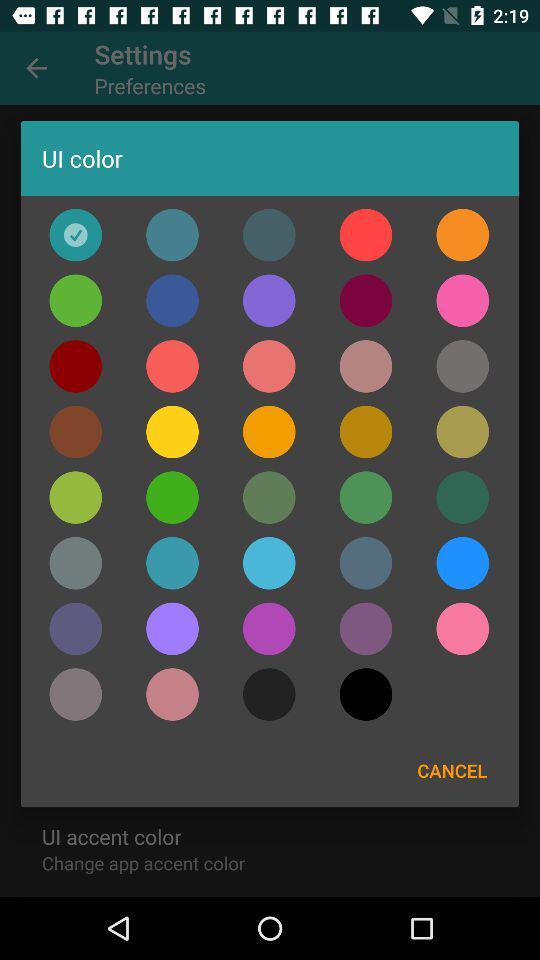 Image resolution: width=540 pixels, height=960 pixels. I want to click on change the ui color, so click(269, 365).